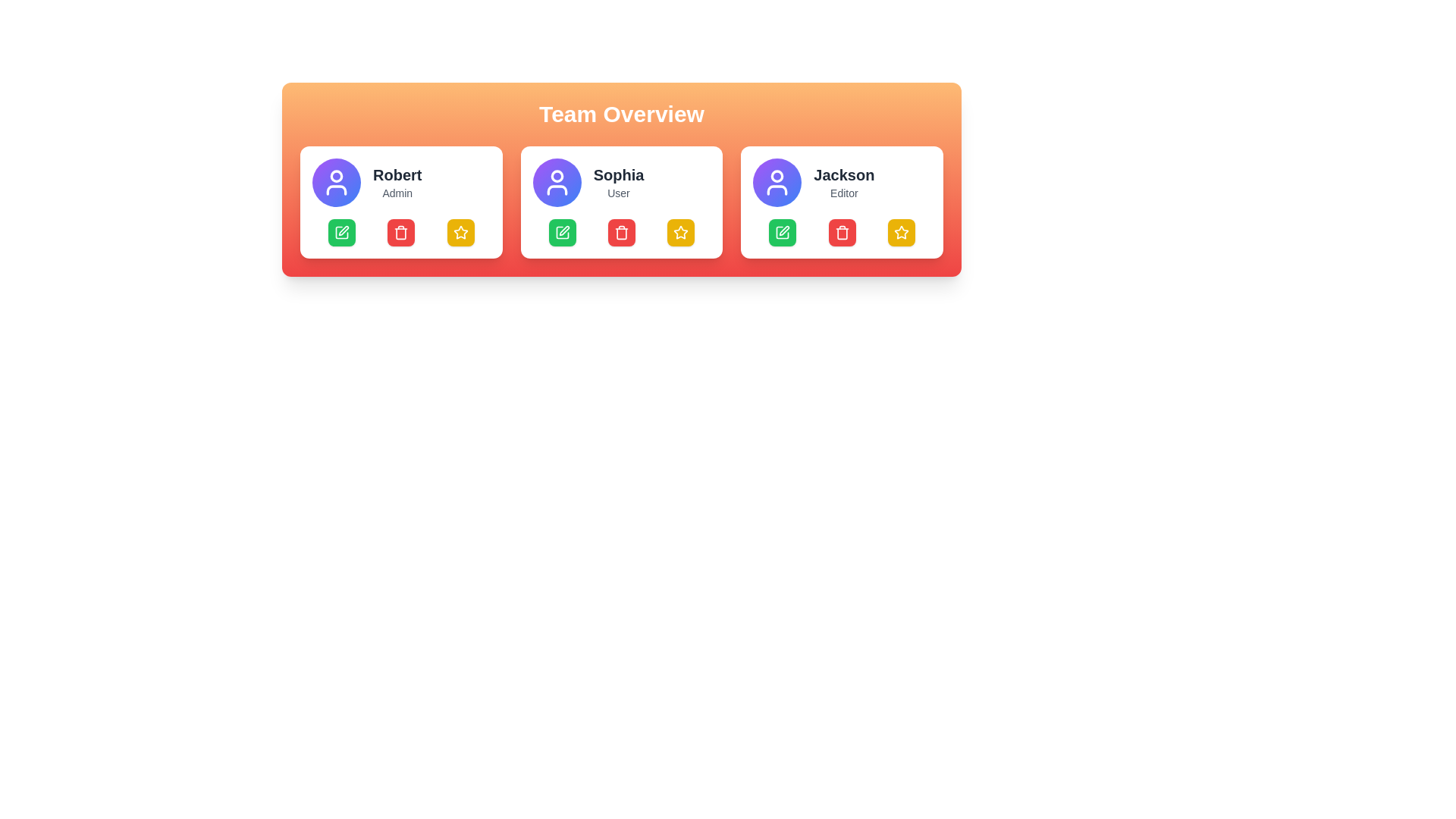 This screenshot has height=819, width=1456. What do you see at coordinates (341, 233) in the screenshot?
I see `the edit button located in the user profile card labeled 'Robert Admin'` at bounding box center [341, 233].